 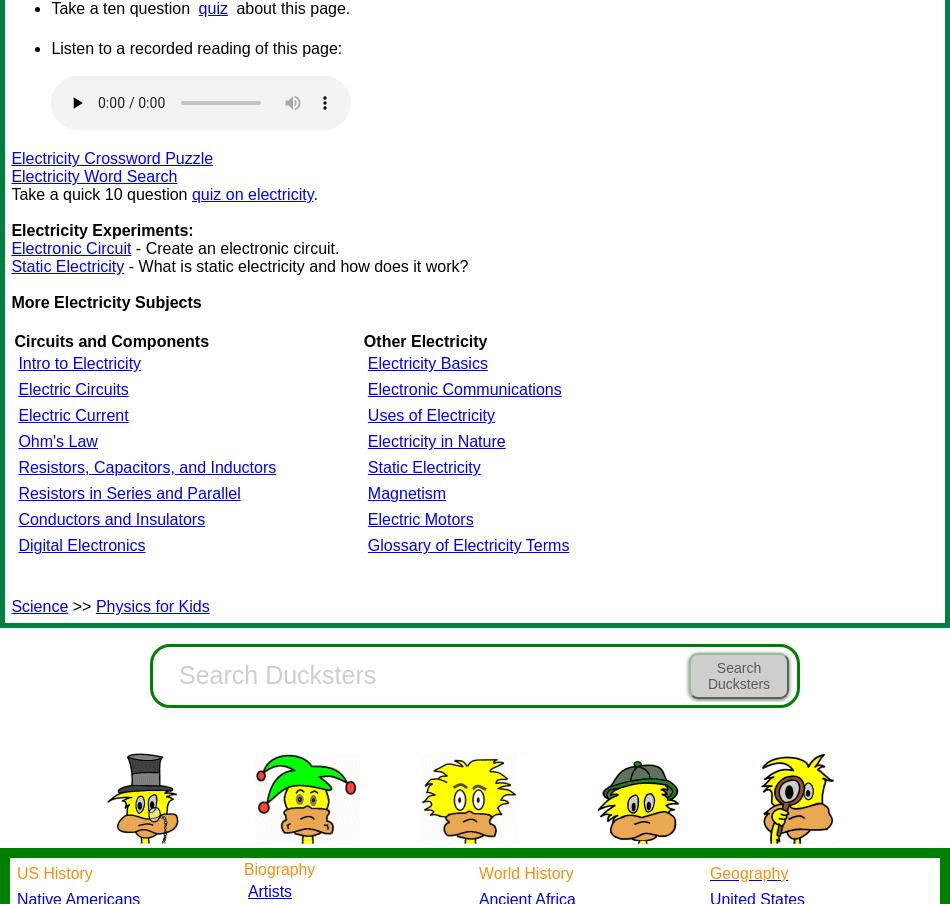 I want to click on 'Search Ducksters', so click(x=737, y=675).